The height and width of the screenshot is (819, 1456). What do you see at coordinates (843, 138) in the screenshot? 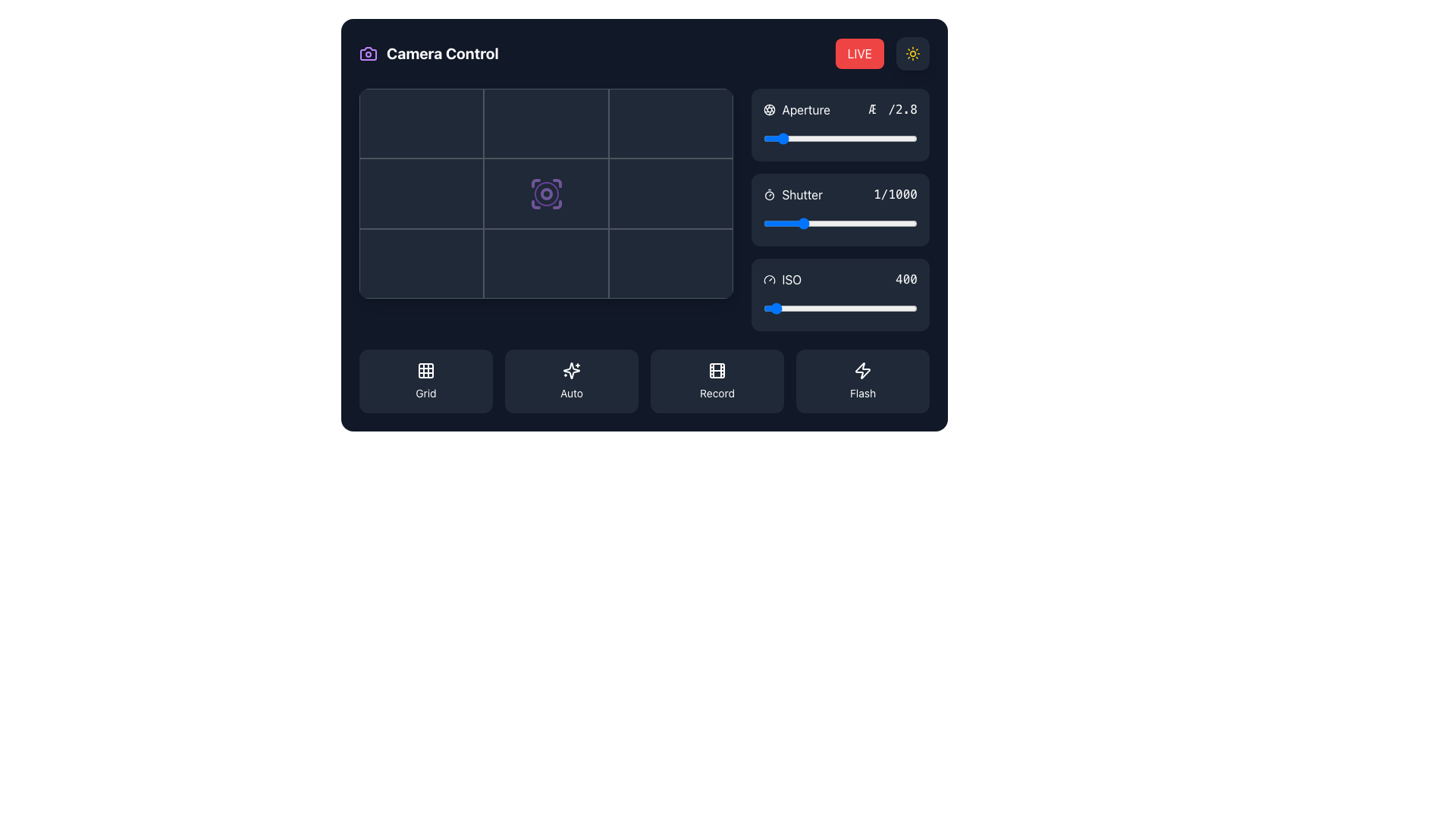
I see `the aperture` at bounding box center [843, 138].